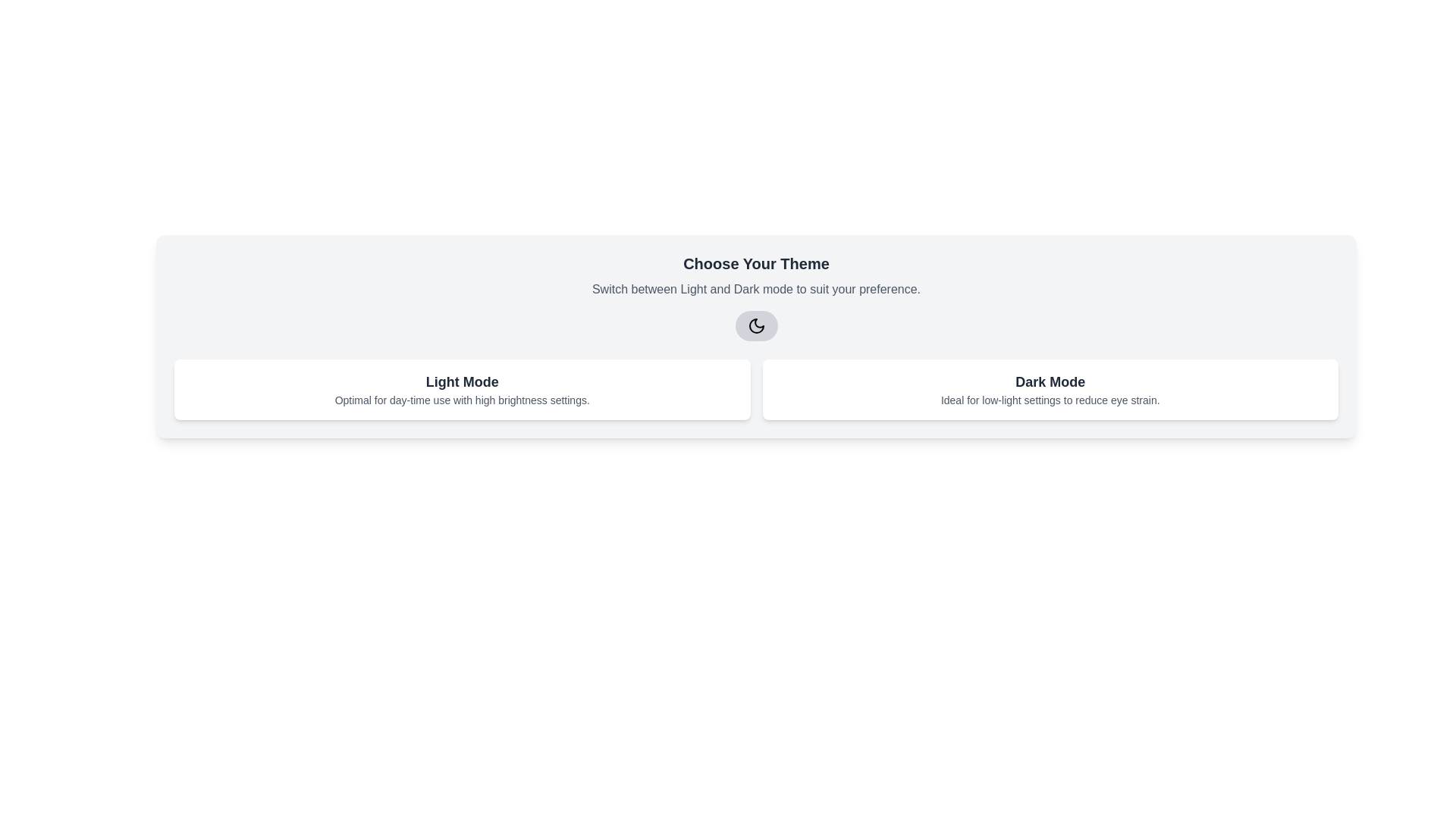 The height and width of the screenshot is (819, 1456). Describe the element at coordinates (1050, 400) in the screenshot. I see `the second line of text within the 'Dark Mode' card that provides information about the benefits of the Dark Mode feature` at that location.